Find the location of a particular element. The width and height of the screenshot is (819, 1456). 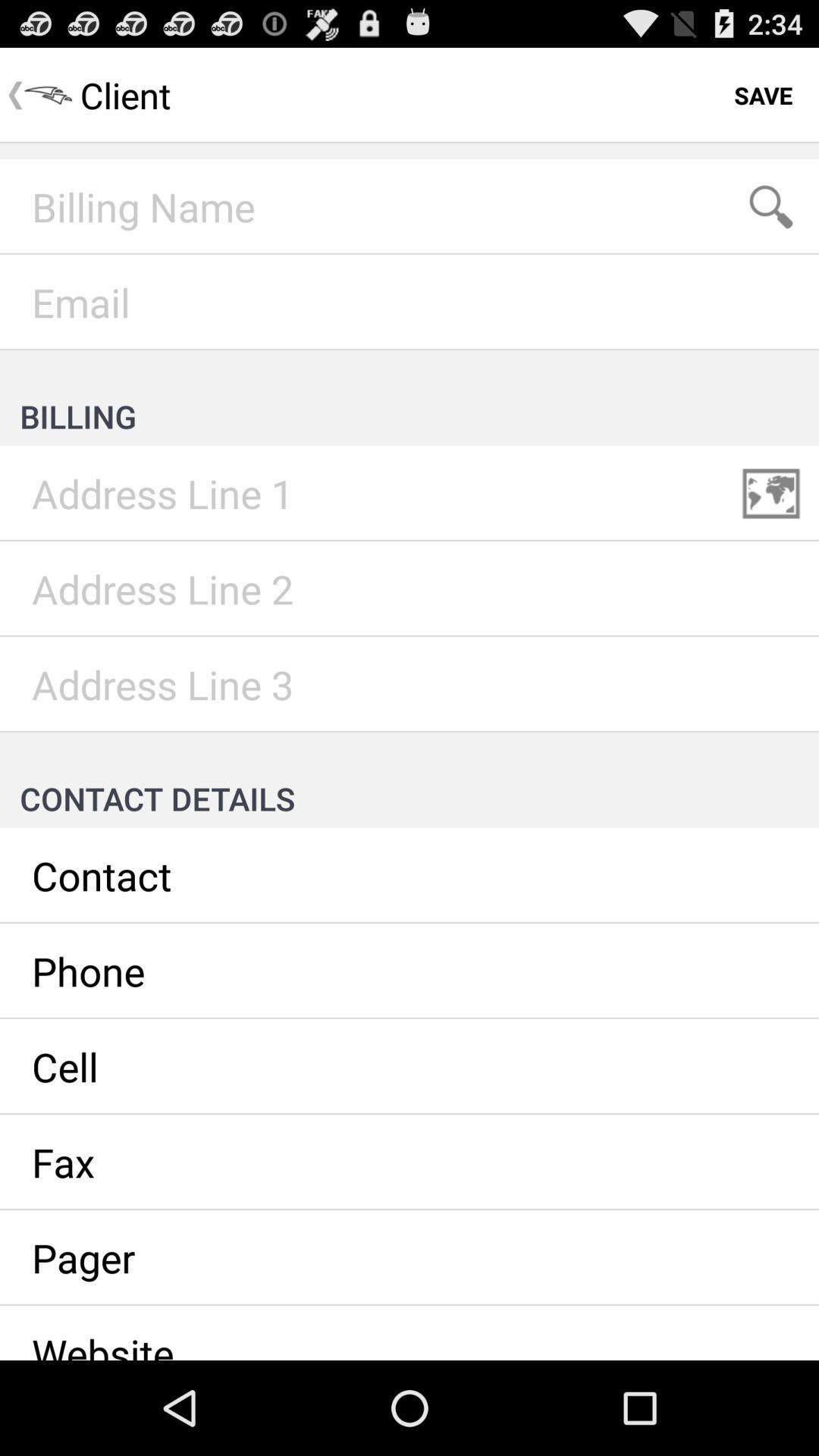

the pager is located at coordinates (409, 1258).